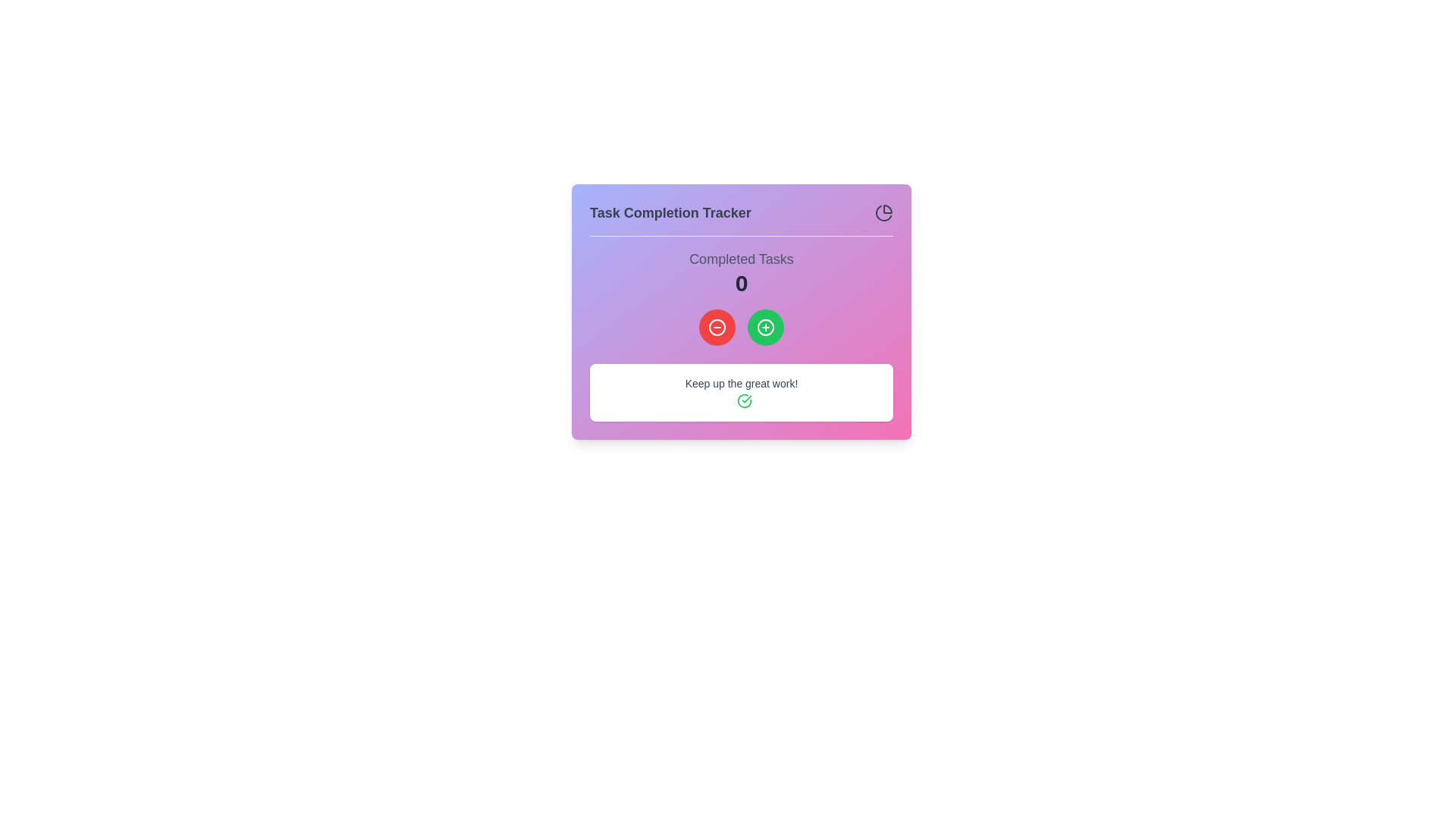  What do you see at coordinates (670, 213) in the screenshot?
I see `the text label that reads 'Task Completion Tracker', which is styled in bold dark gray font and is positioned at the top-left section of the header area` at bounding box center [670, 213].